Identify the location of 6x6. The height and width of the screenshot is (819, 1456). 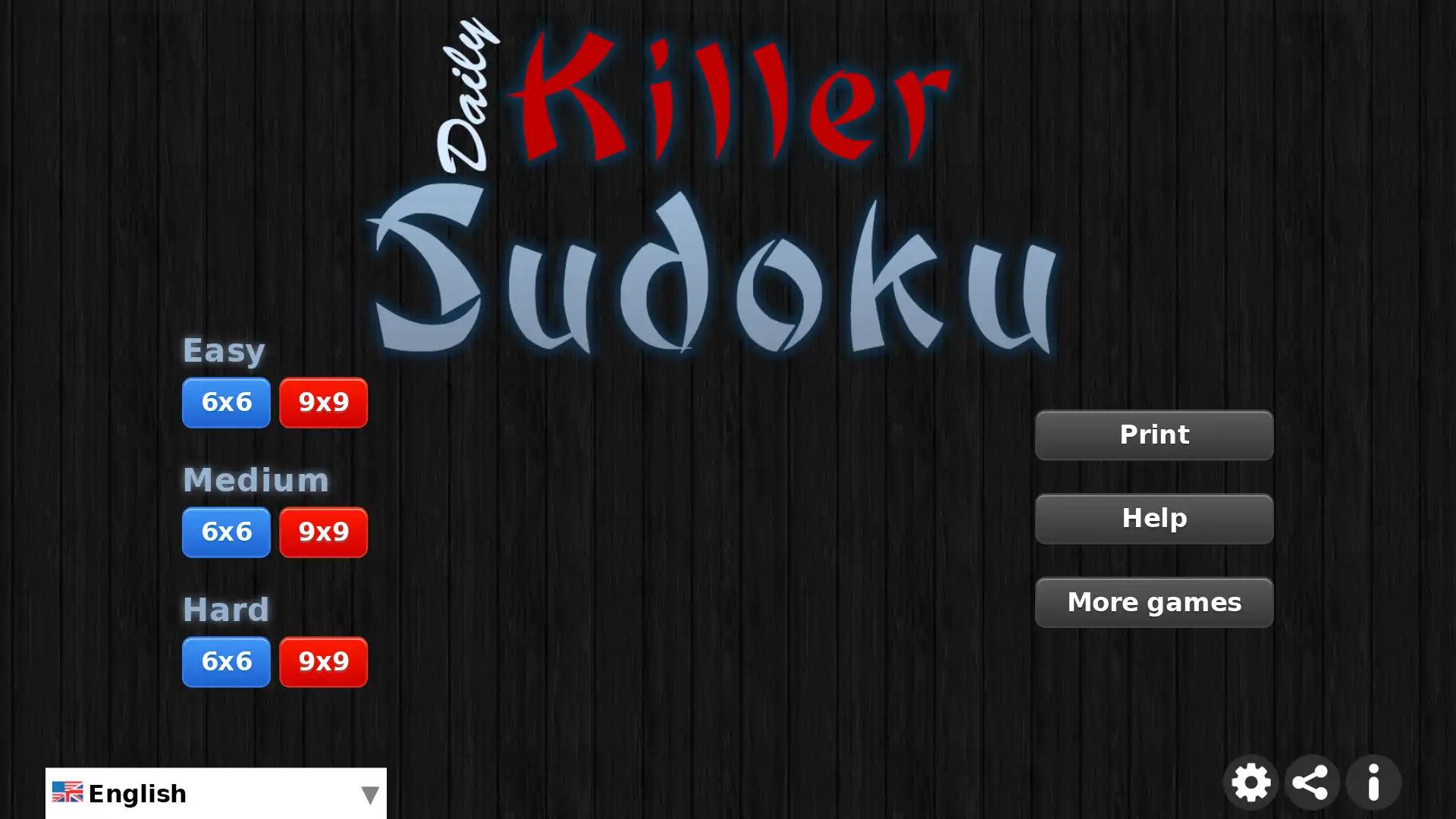
(225, 661).